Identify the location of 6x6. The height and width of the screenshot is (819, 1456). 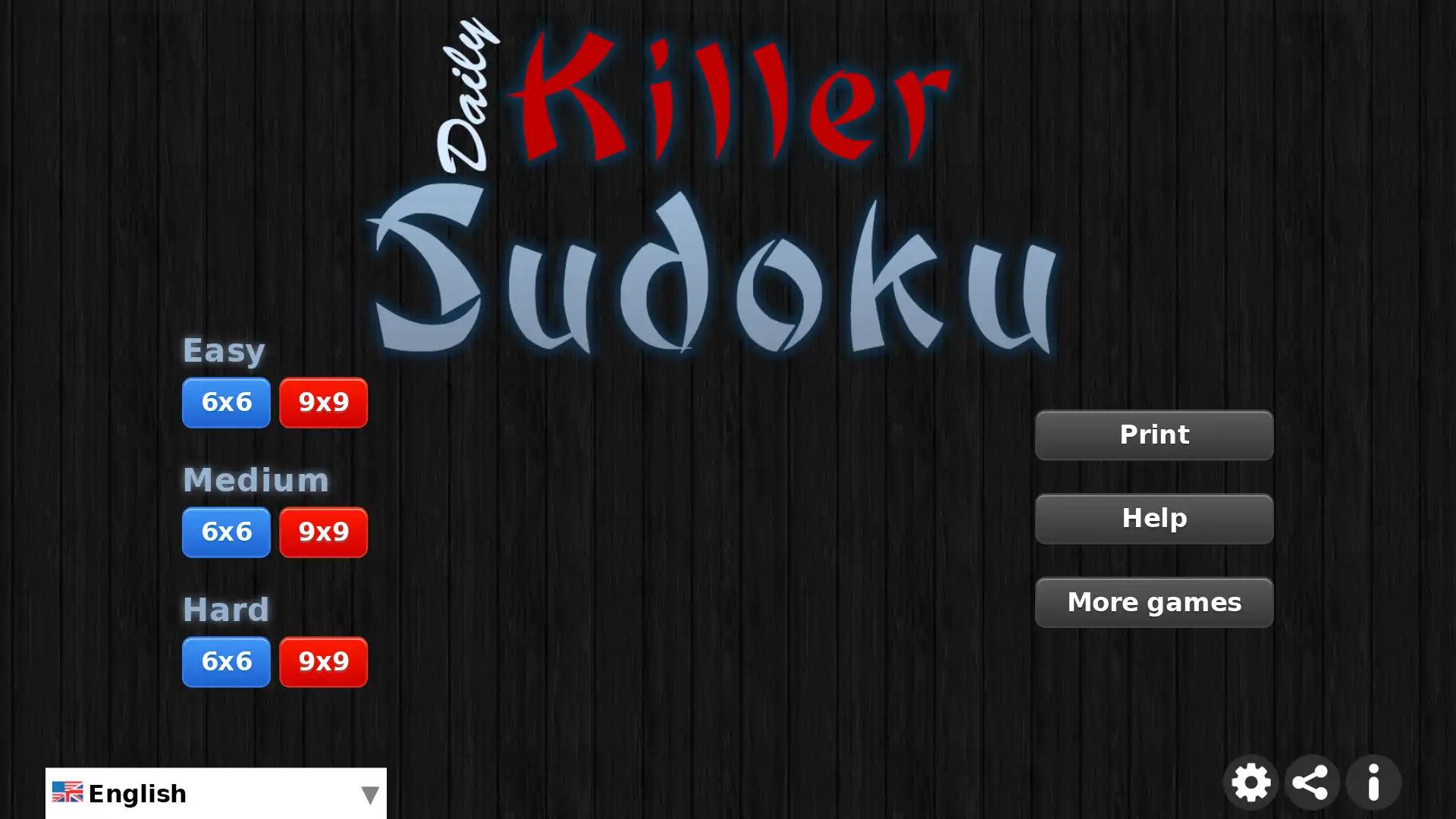
(225, 661).